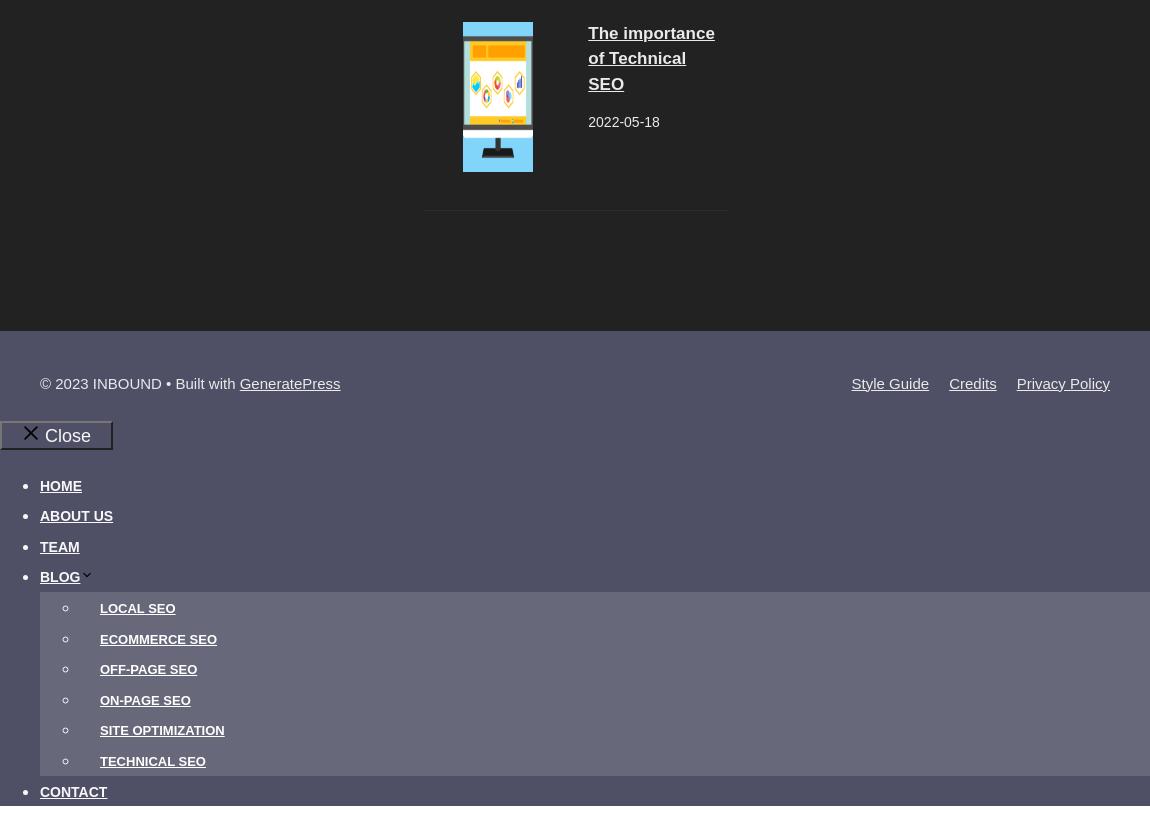 The width and height of the screenshot is (1150, 823). I want to click on '2022-05-18', so click(622, 121).